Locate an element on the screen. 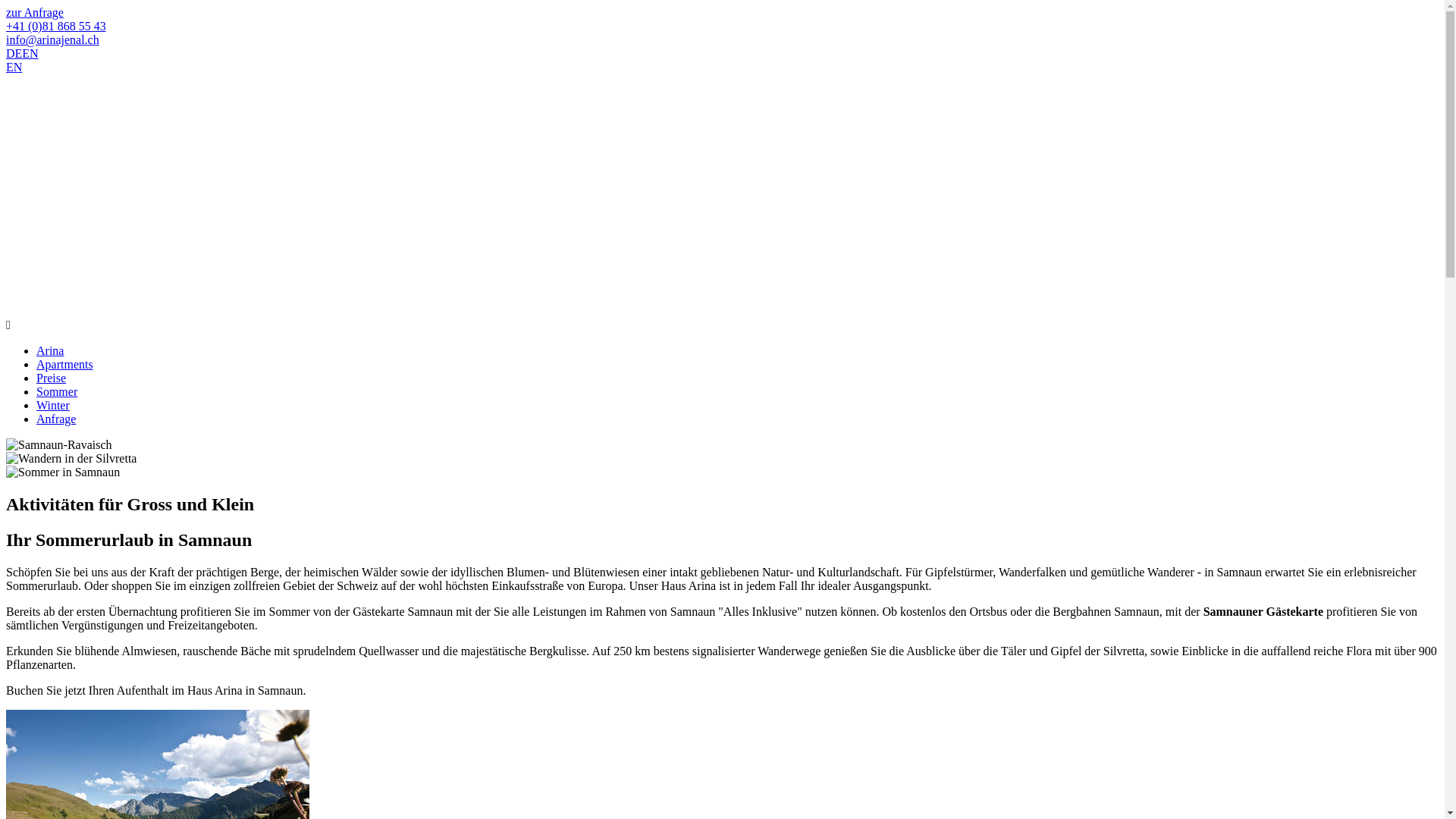 This screenshot has width=1456, height=819. 'zur Anfrage' is located at coordinates (6, 12).